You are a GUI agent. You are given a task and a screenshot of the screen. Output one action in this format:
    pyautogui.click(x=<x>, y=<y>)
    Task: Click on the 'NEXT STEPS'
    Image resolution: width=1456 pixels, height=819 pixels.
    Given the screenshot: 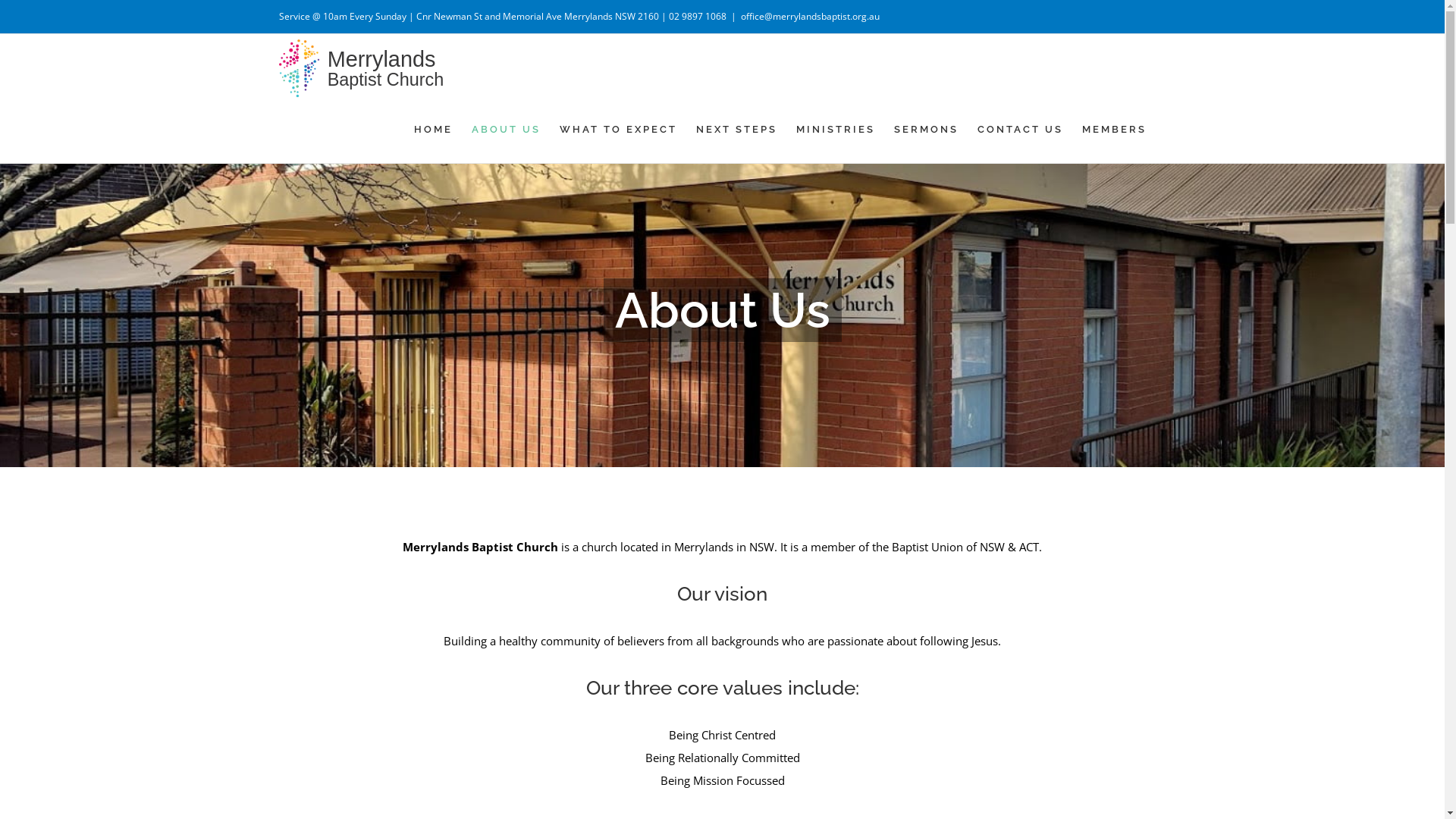 What is the action you would take?
    pyautogui.click(x=736, y=127)
    